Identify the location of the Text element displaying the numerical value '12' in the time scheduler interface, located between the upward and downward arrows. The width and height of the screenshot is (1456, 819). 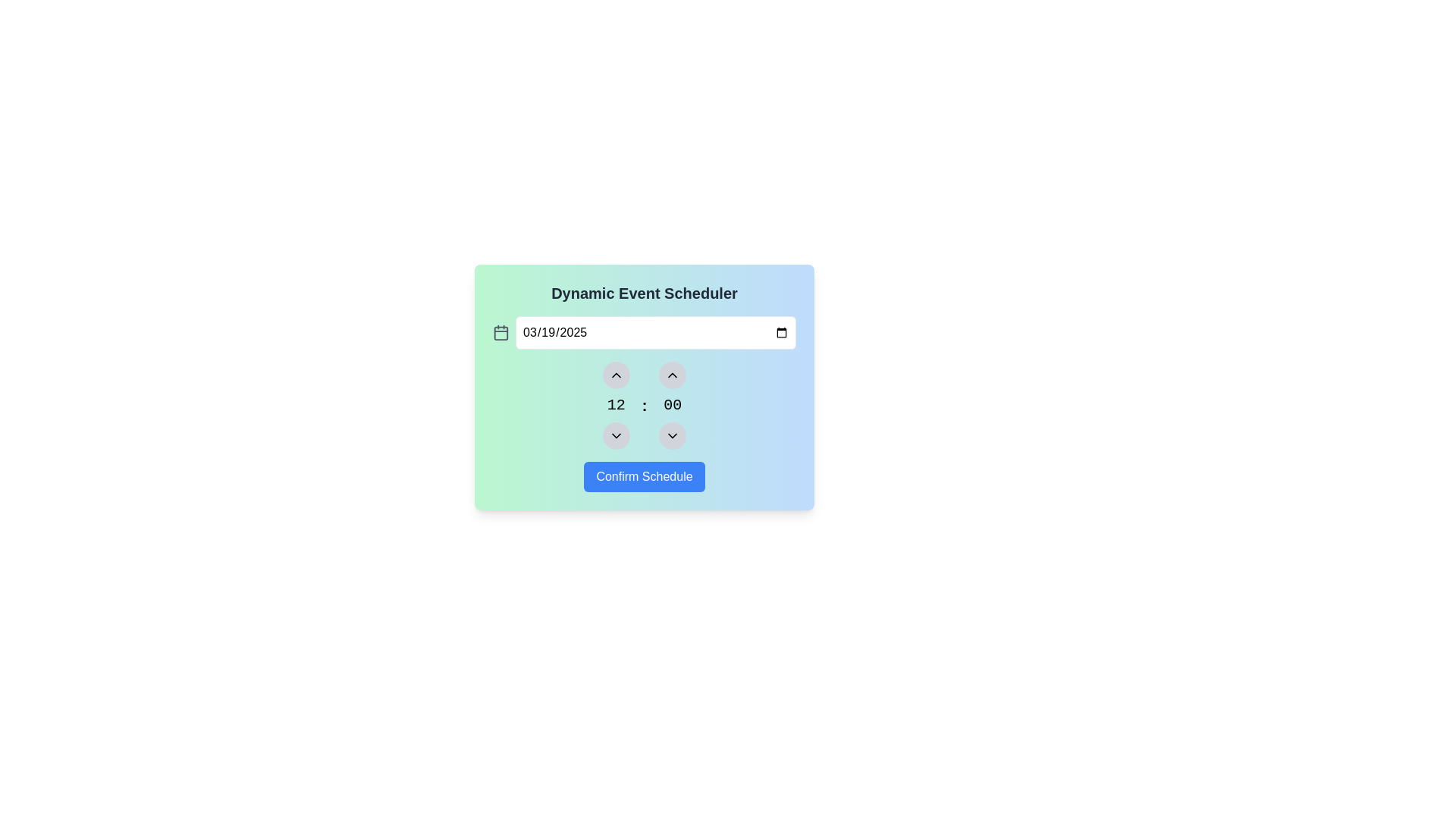
(616, 405).